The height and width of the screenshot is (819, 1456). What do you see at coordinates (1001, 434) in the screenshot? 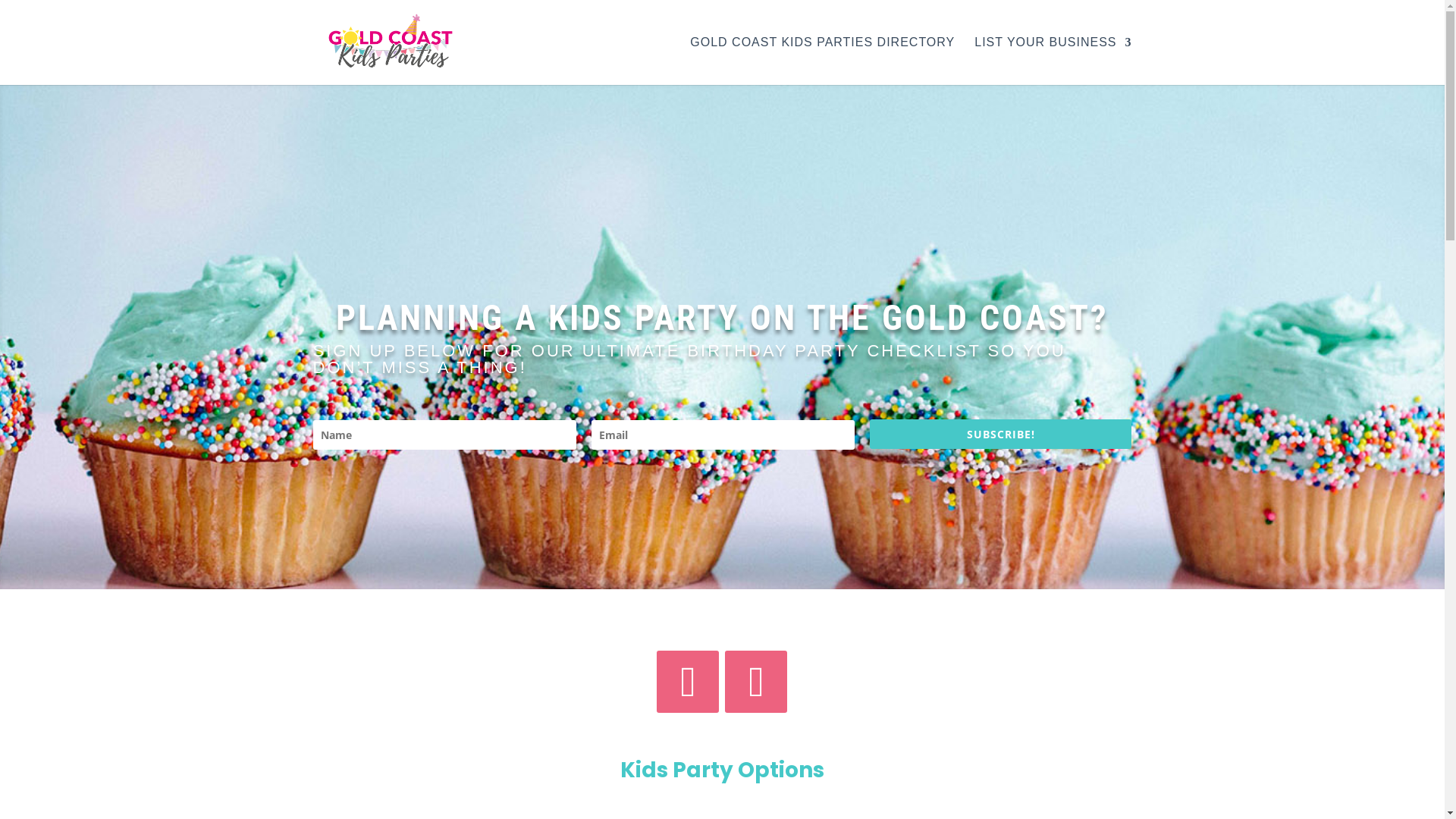
I see `'SUBSCRIBE!'` at bounding box center [1001, 434].